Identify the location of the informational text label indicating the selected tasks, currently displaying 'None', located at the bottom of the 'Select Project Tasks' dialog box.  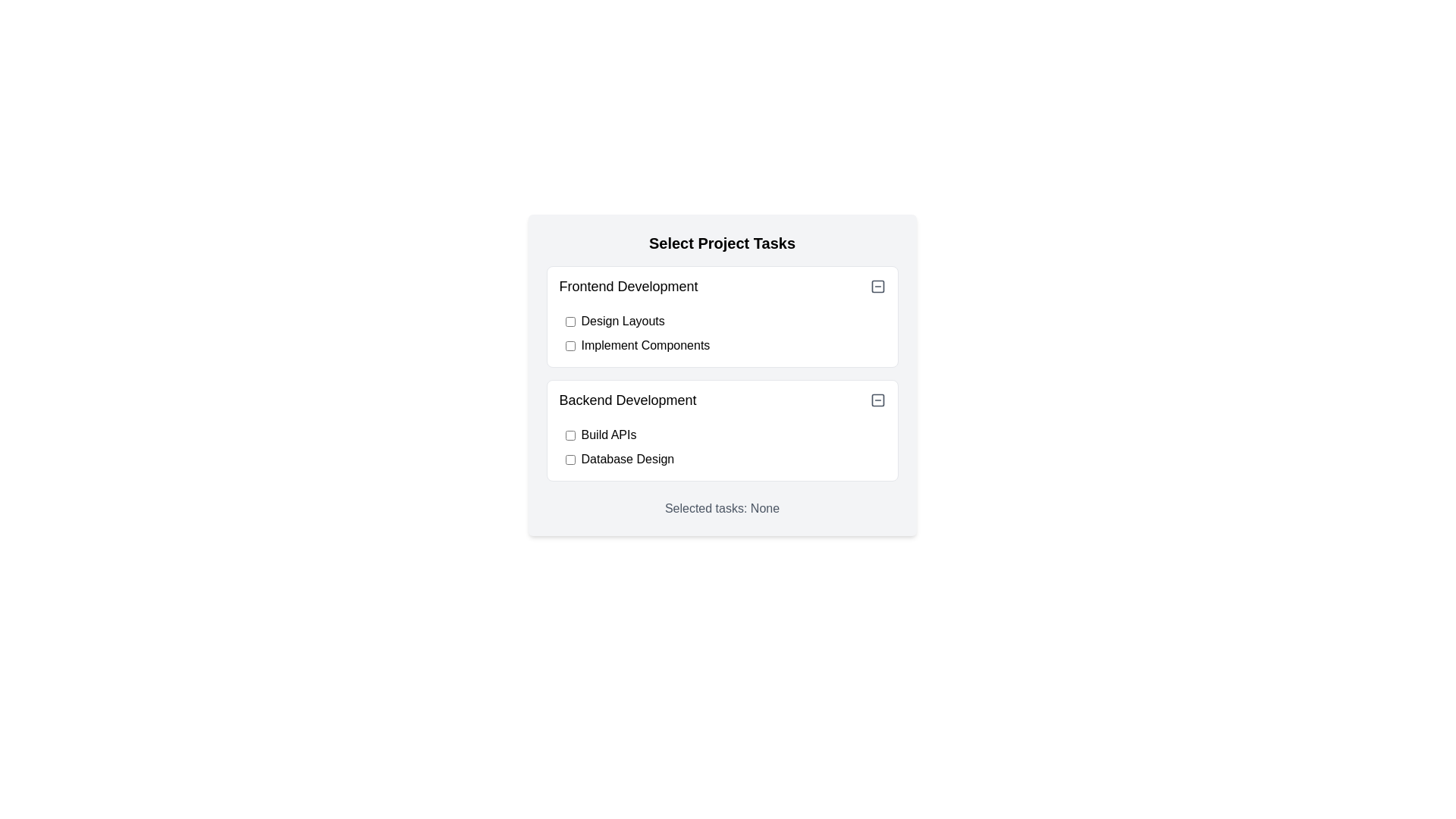
(721, 509).